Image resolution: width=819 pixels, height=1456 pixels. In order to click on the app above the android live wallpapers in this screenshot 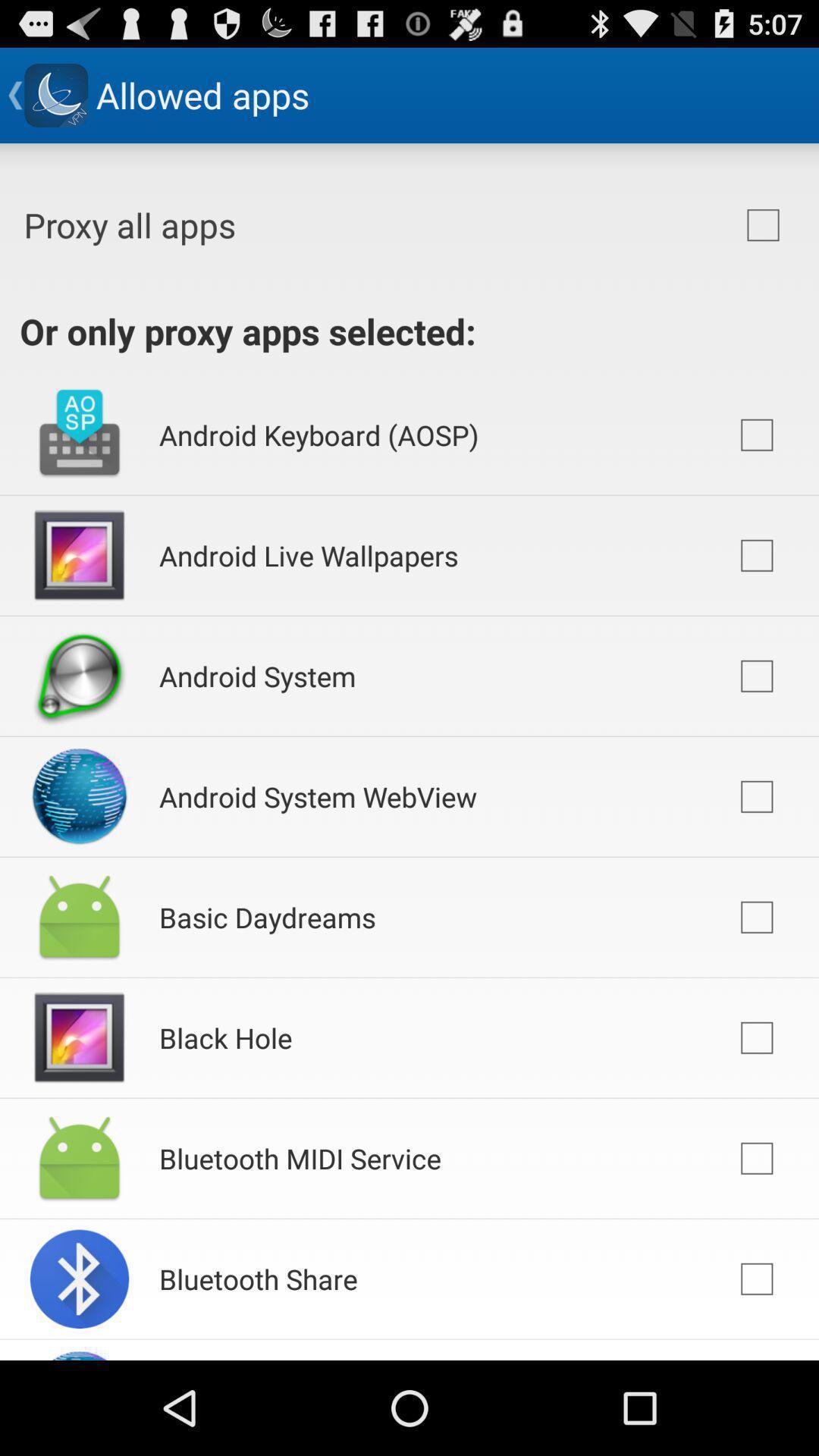, I will do `click(318, 434)`.